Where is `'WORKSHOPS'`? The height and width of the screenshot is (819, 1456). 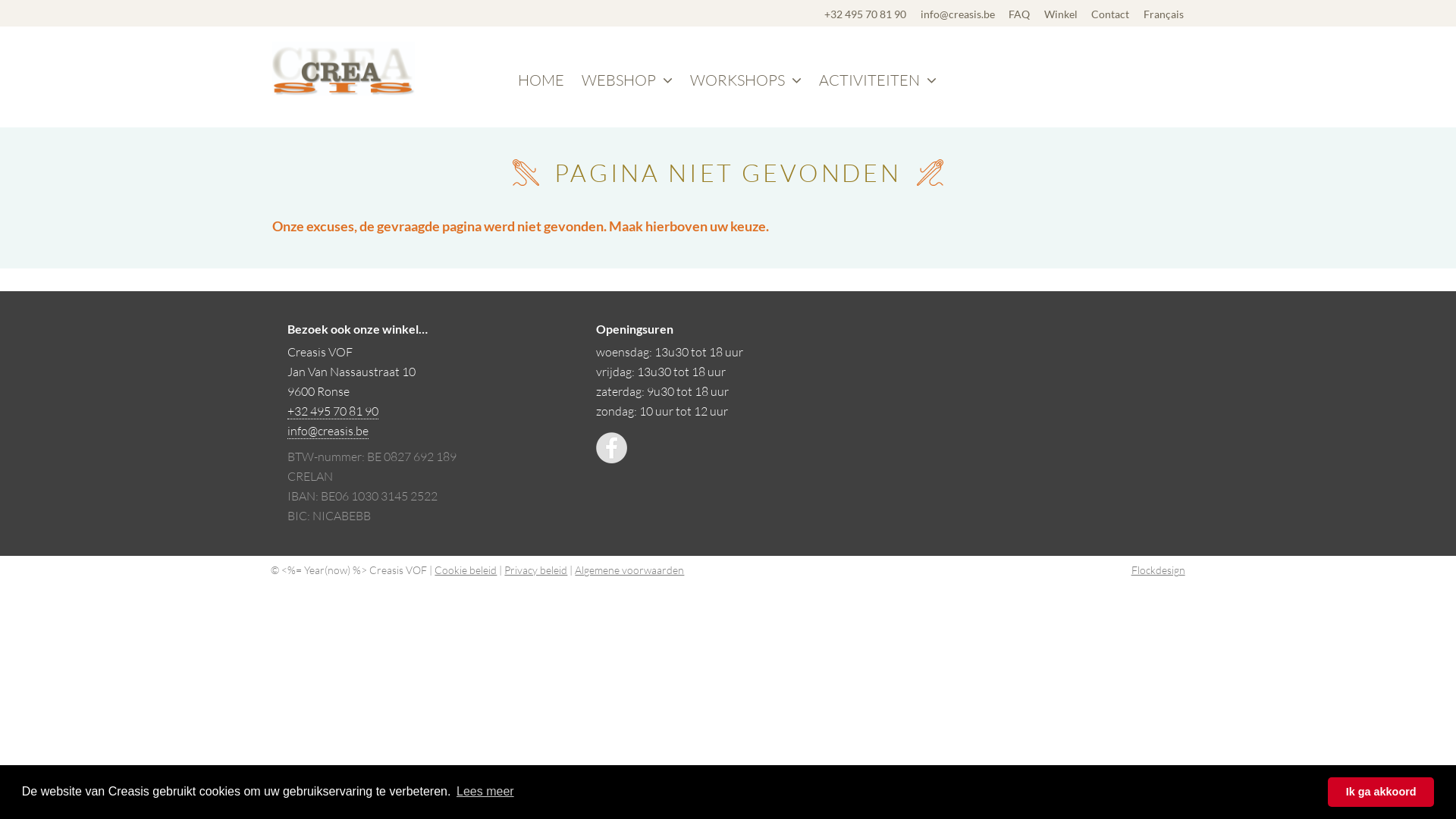
'WORKSHOPS' is located at coordinates (745, 80).